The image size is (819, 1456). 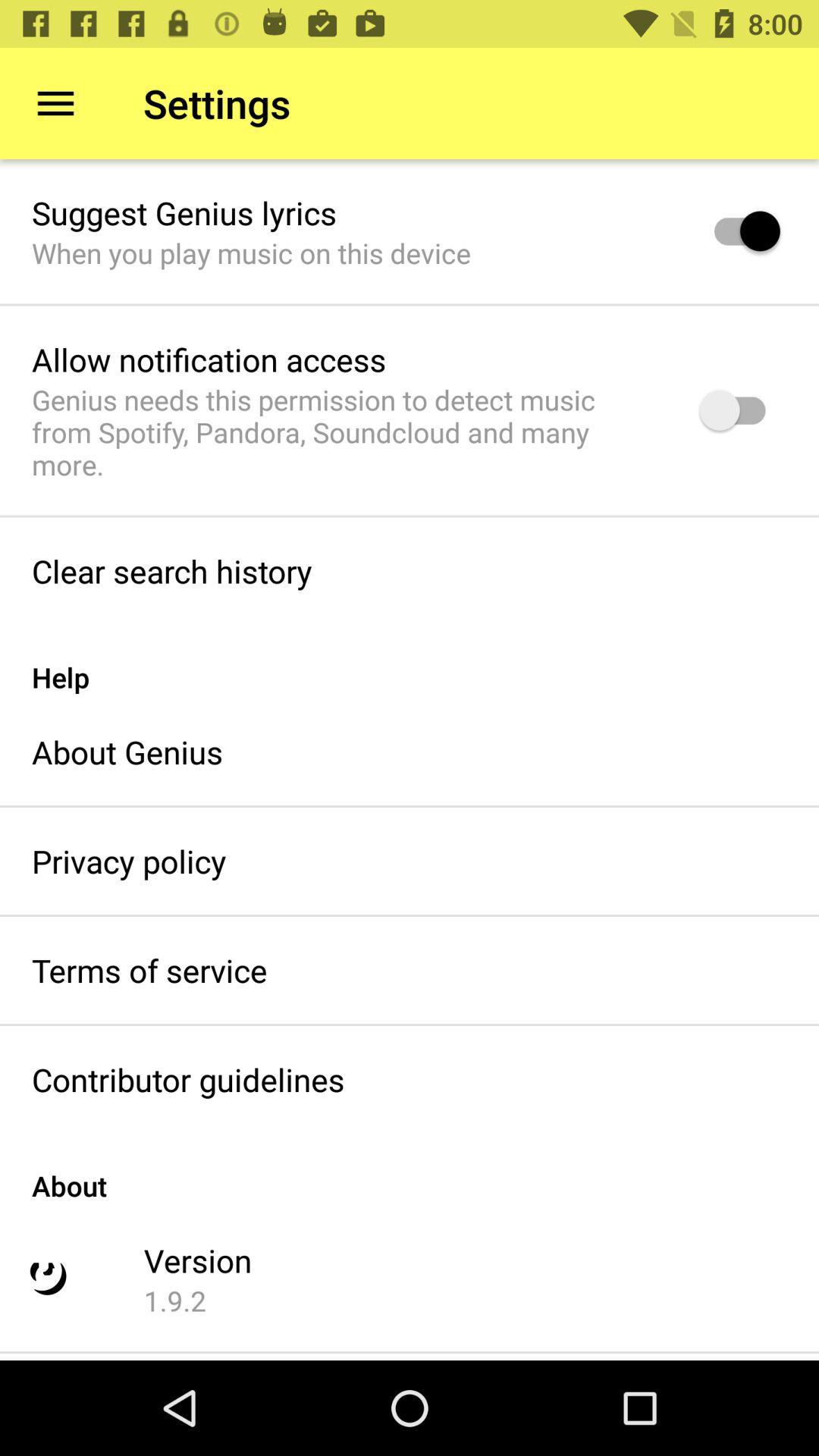 What do you see at coordinates (209, 359) in the screenshot?
I see `the allow notification access icon` at bounding box center [209, 359].